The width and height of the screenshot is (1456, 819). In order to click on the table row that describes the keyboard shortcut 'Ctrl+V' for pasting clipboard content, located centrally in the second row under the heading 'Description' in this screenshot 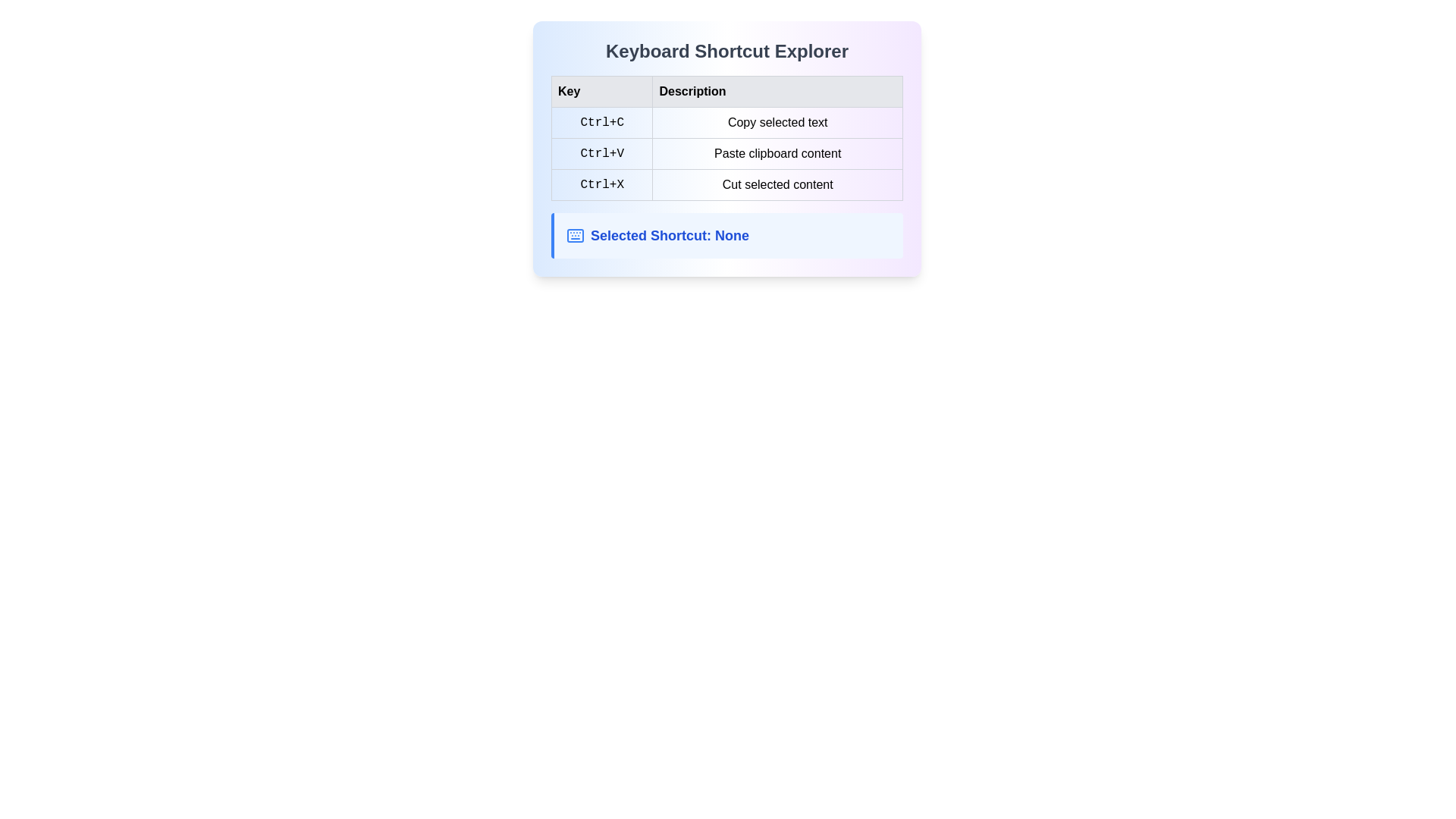, I will do `click(726, 154)`.